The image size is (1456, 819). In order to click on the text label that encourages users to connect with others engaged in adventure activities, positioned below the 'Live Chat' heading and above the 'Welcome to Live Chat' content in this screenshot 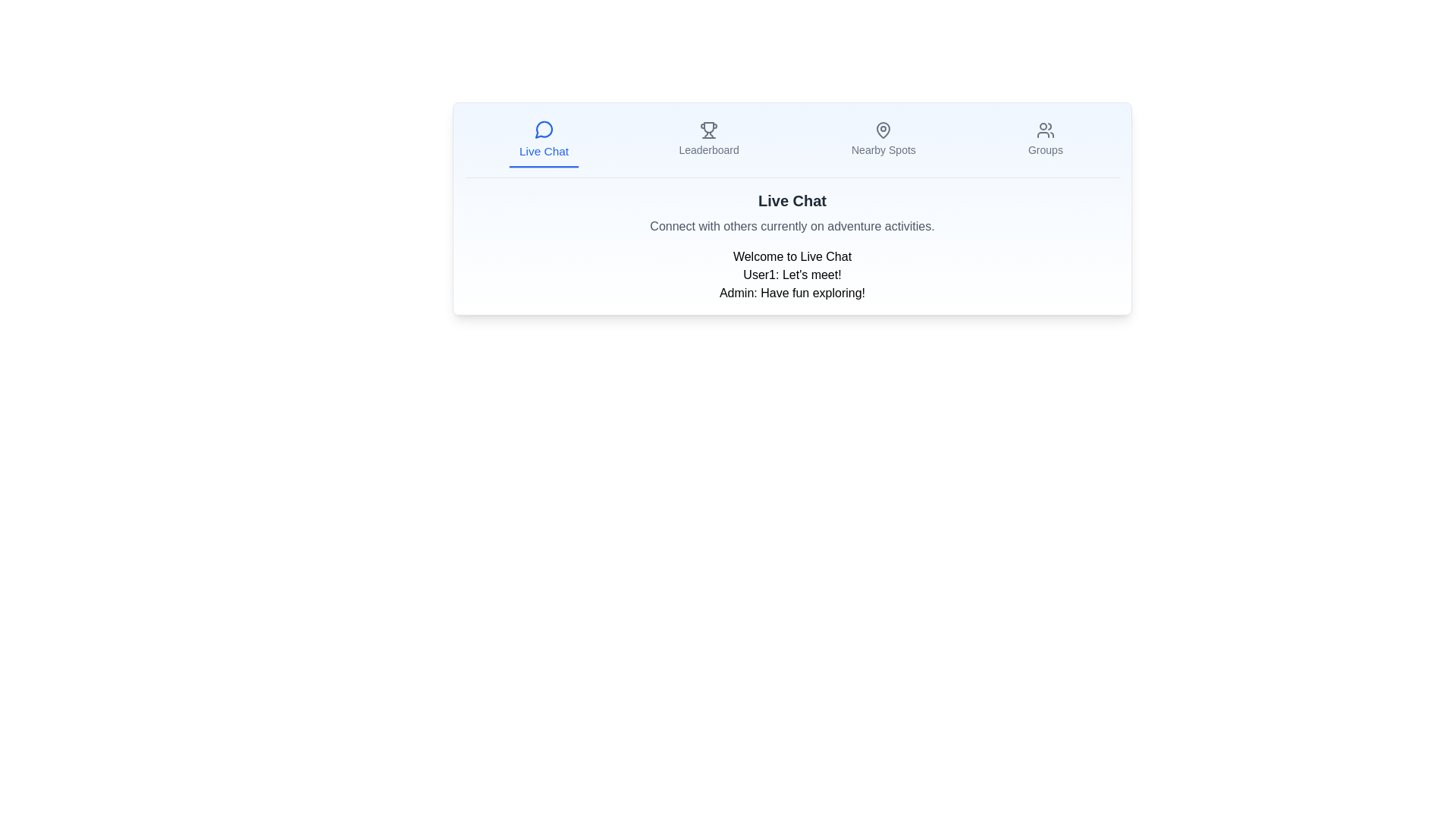, I will do `click(792, 227)`.